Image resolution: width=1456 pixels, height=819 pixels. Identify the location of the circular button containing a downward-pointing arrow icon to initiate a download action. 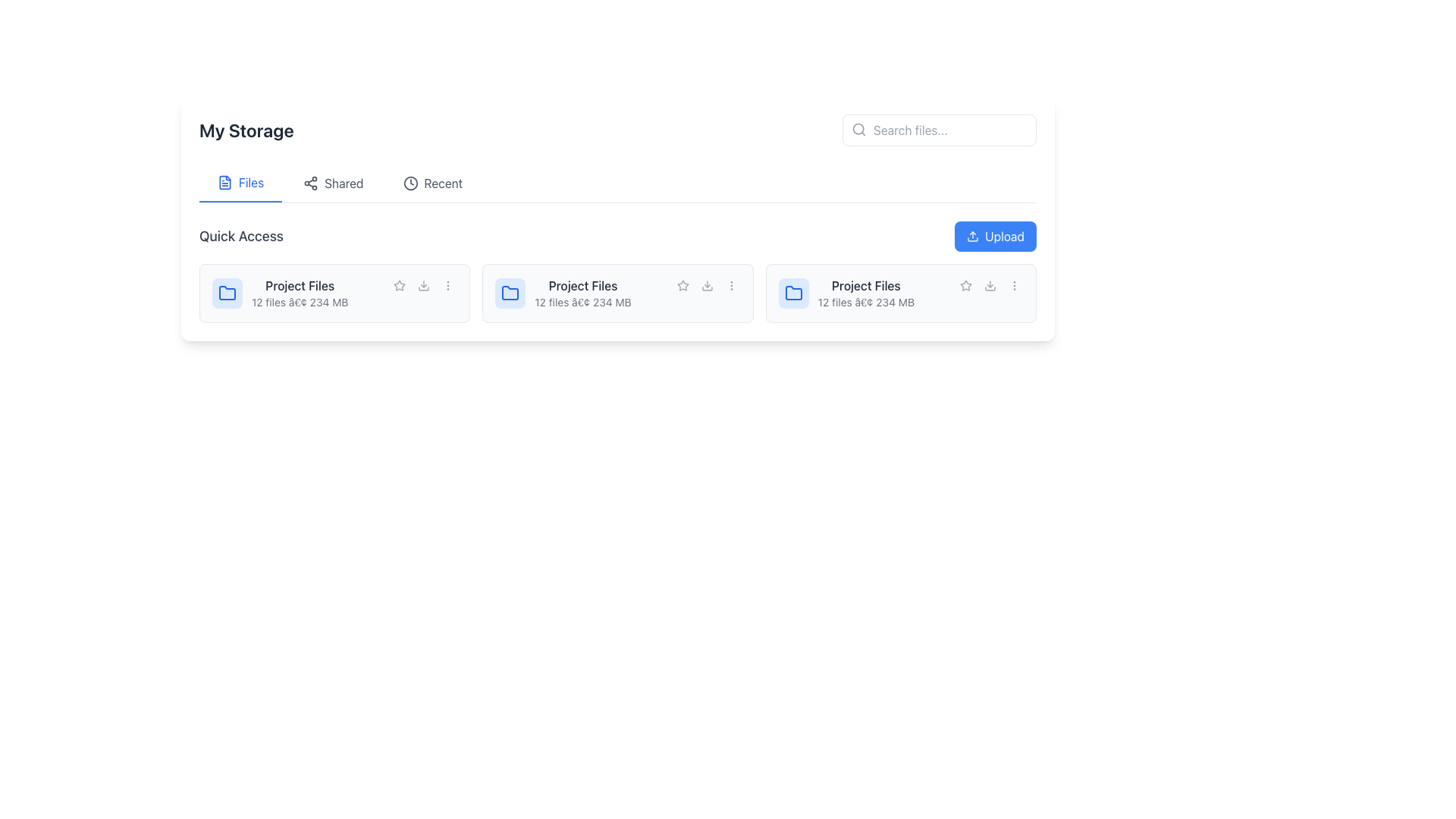
(423, 286).